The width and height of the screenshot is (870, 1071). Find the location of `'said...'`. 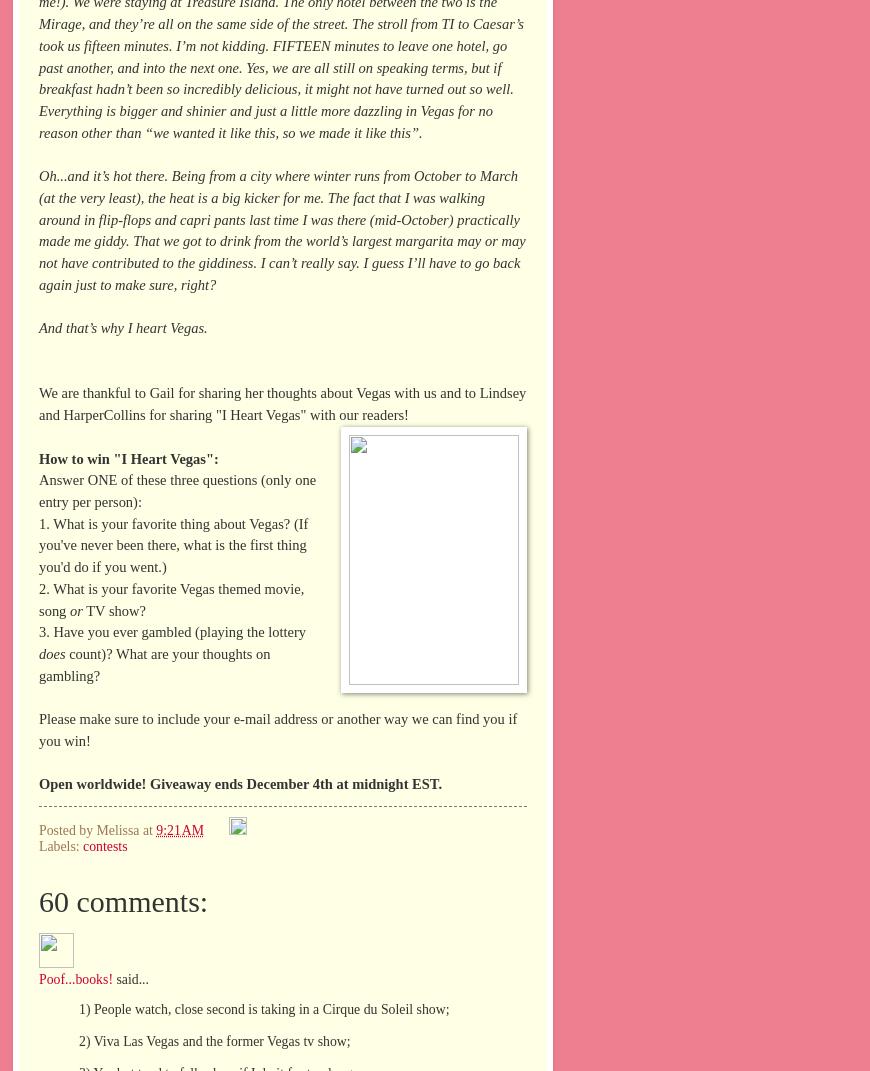

'said...' is located at coordinates (129, 977).